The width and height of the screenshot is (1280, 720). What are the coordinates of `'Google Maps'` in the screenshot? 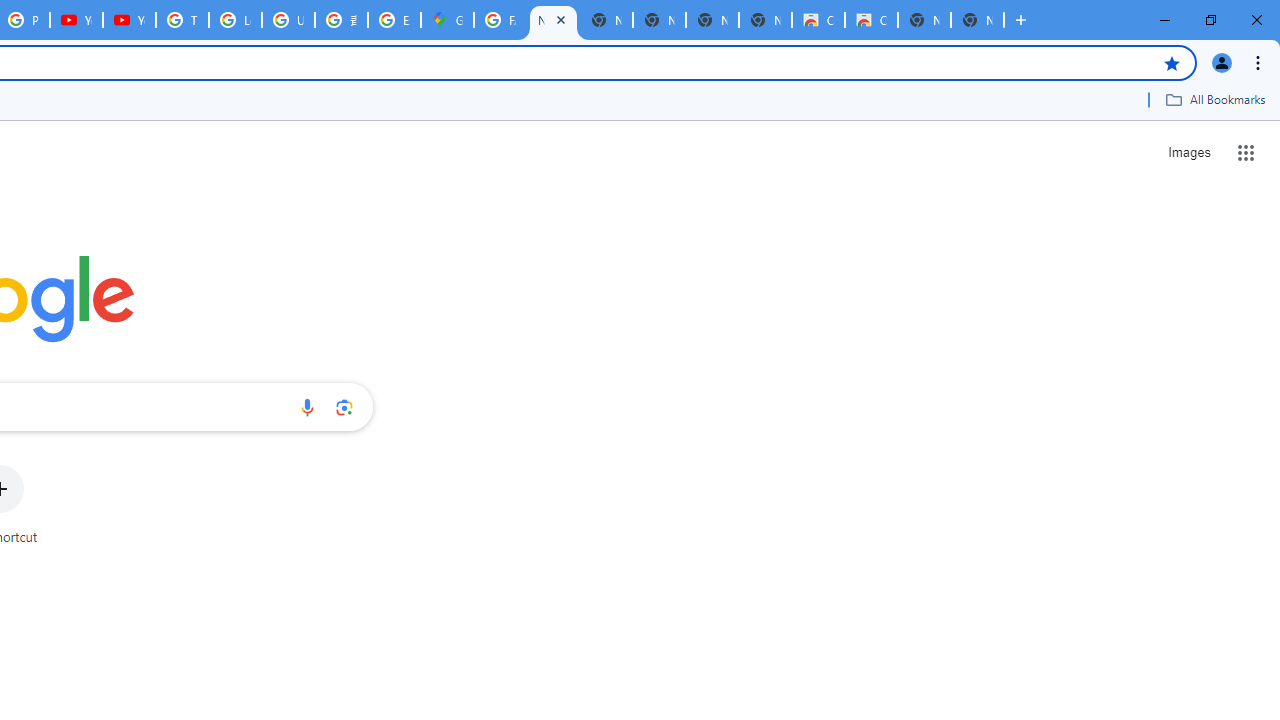 It's located at (446, 20).